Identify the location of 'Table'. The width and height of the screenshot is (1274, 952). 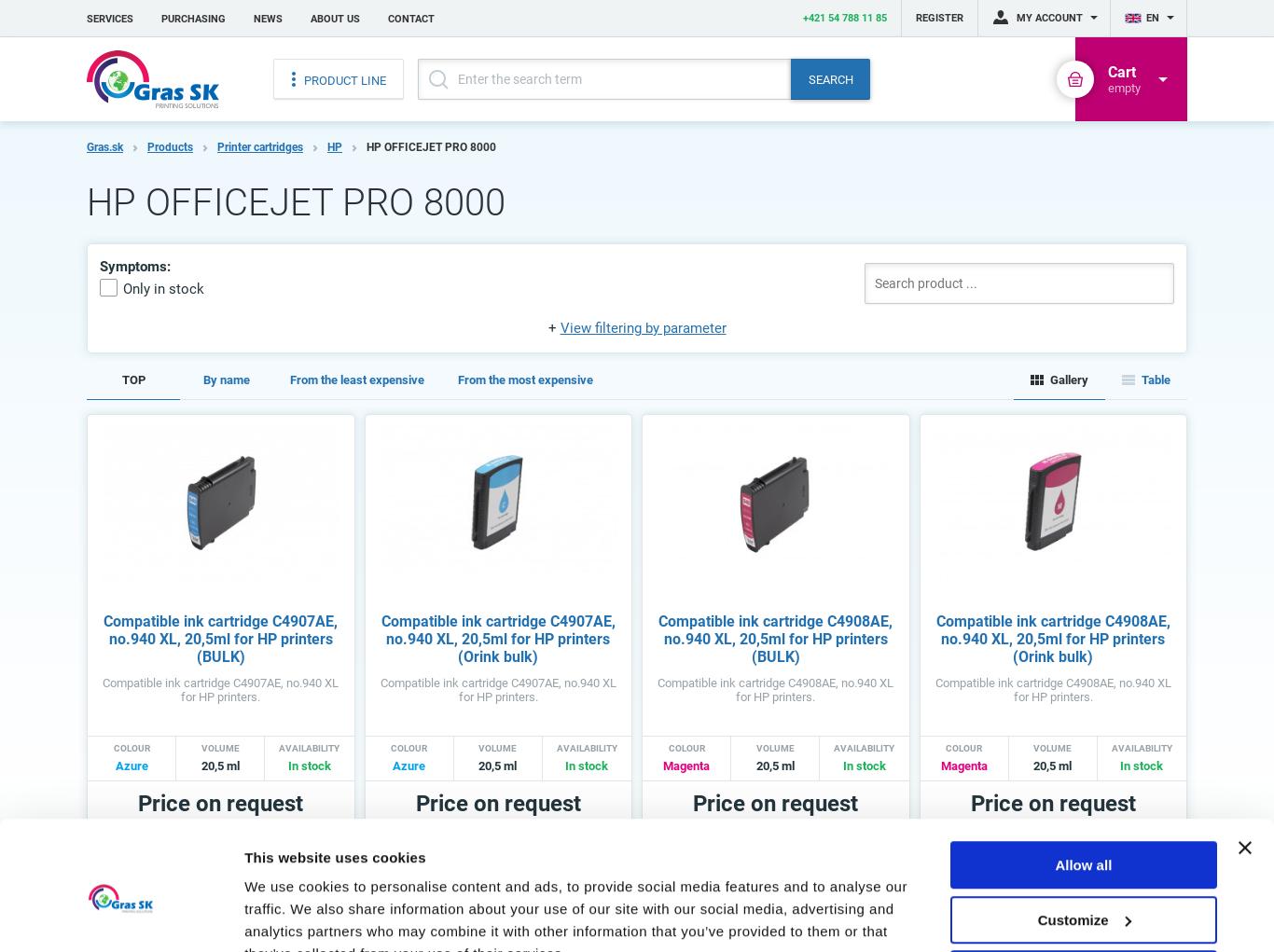
(1156, 379).